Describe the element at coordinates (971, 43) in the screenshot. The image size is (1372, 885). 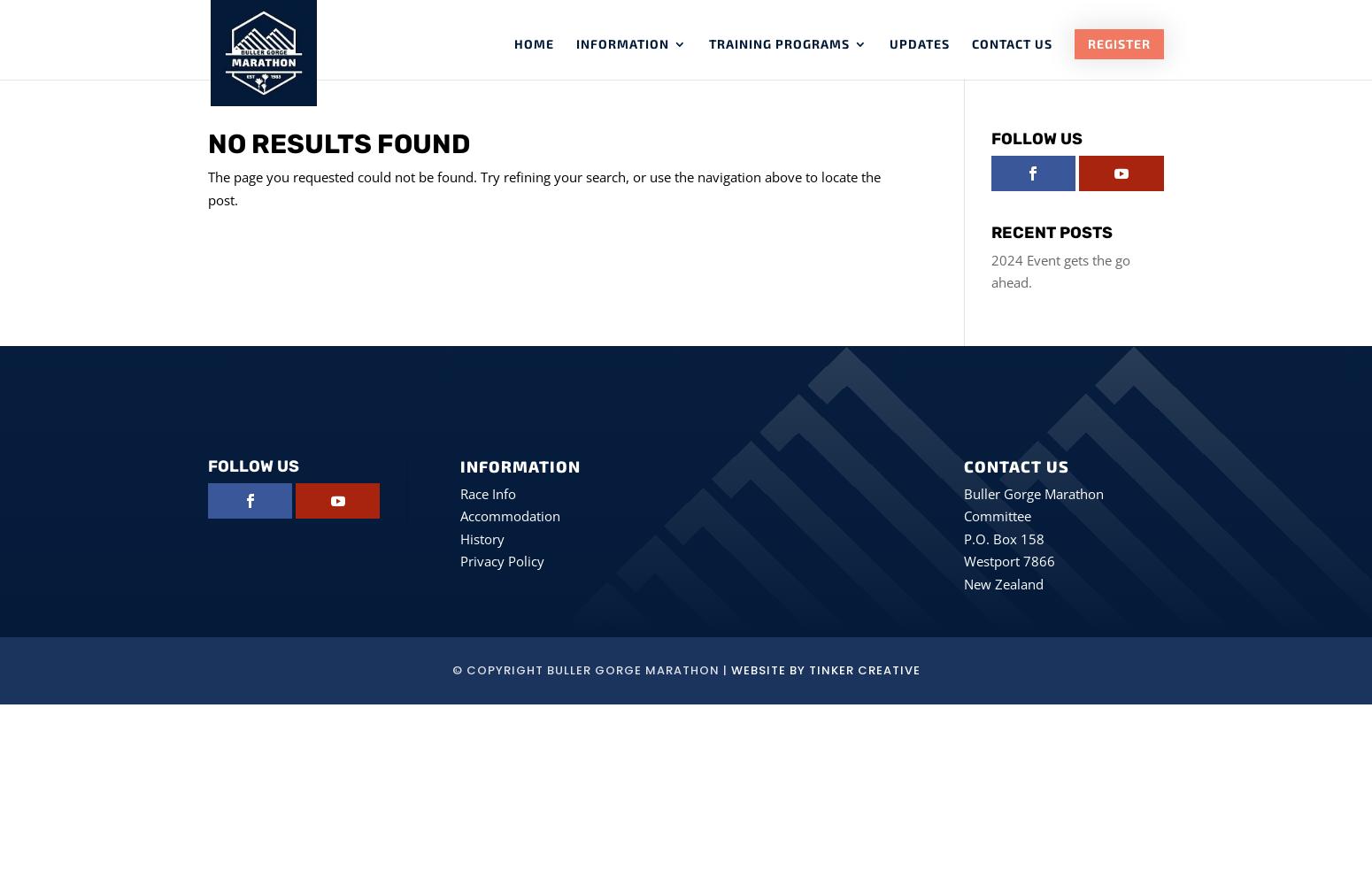
I see `'Contact Us'` at that location.